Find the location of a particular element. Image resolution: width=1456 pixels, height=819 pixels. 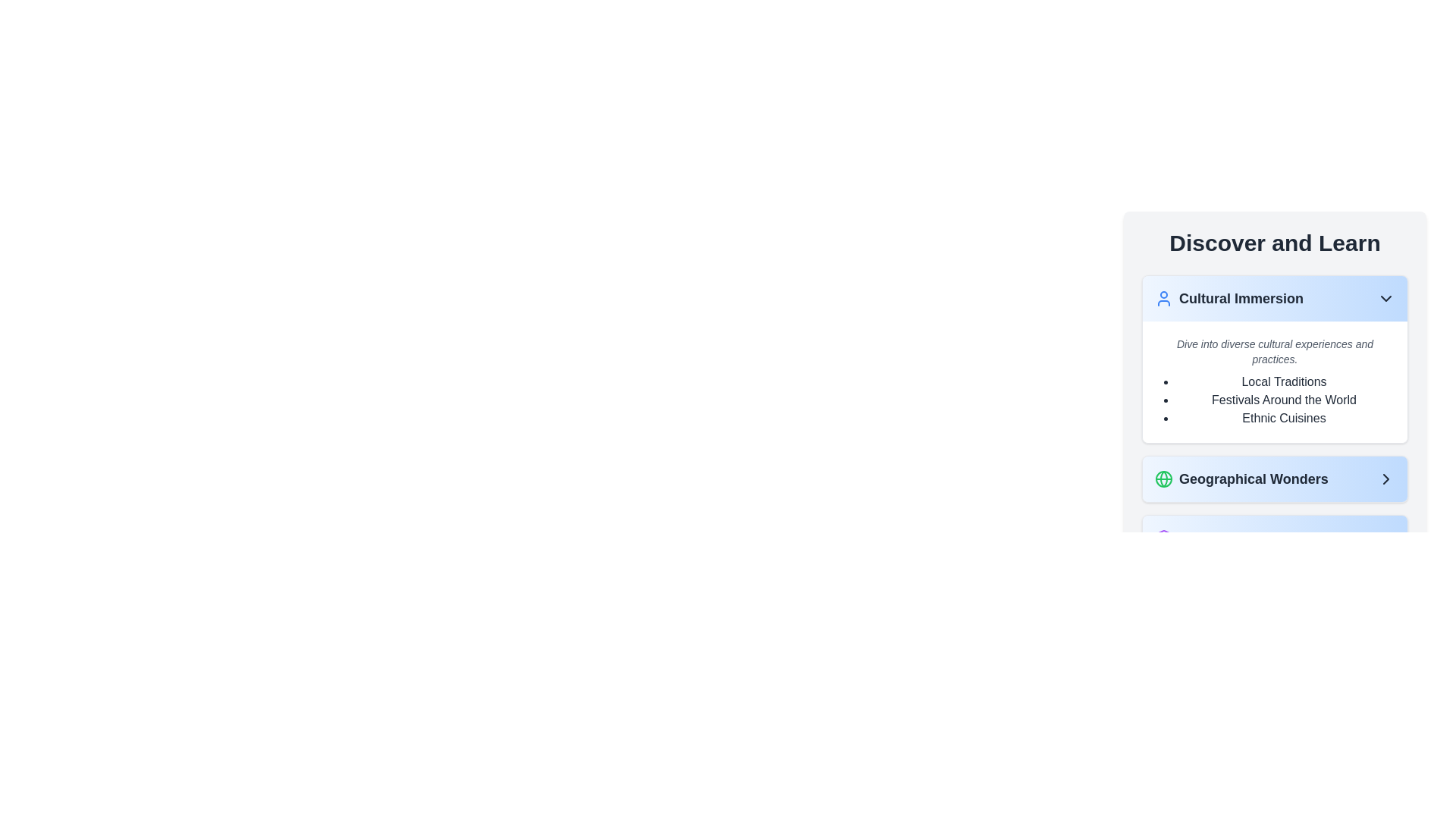

the rightward-pointing chevron arrow located on the far right of the 'Geographical Wonders' section in the 'Discover and Learn' interface is located at coordinates (1386, 537).